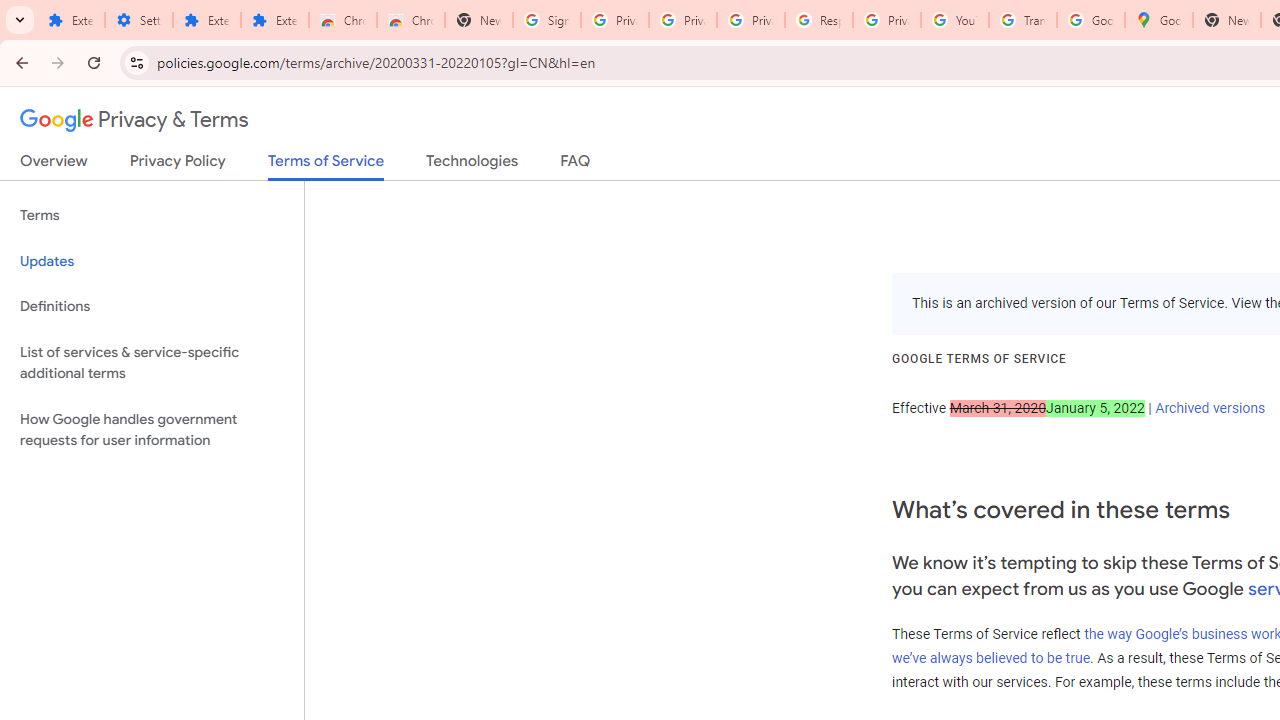 This screenshot has height=720, width=1280. What do you see at coordinates (206, 20) in the screenshot?
I see `'Extensions'` at bounding box center [206, 20].